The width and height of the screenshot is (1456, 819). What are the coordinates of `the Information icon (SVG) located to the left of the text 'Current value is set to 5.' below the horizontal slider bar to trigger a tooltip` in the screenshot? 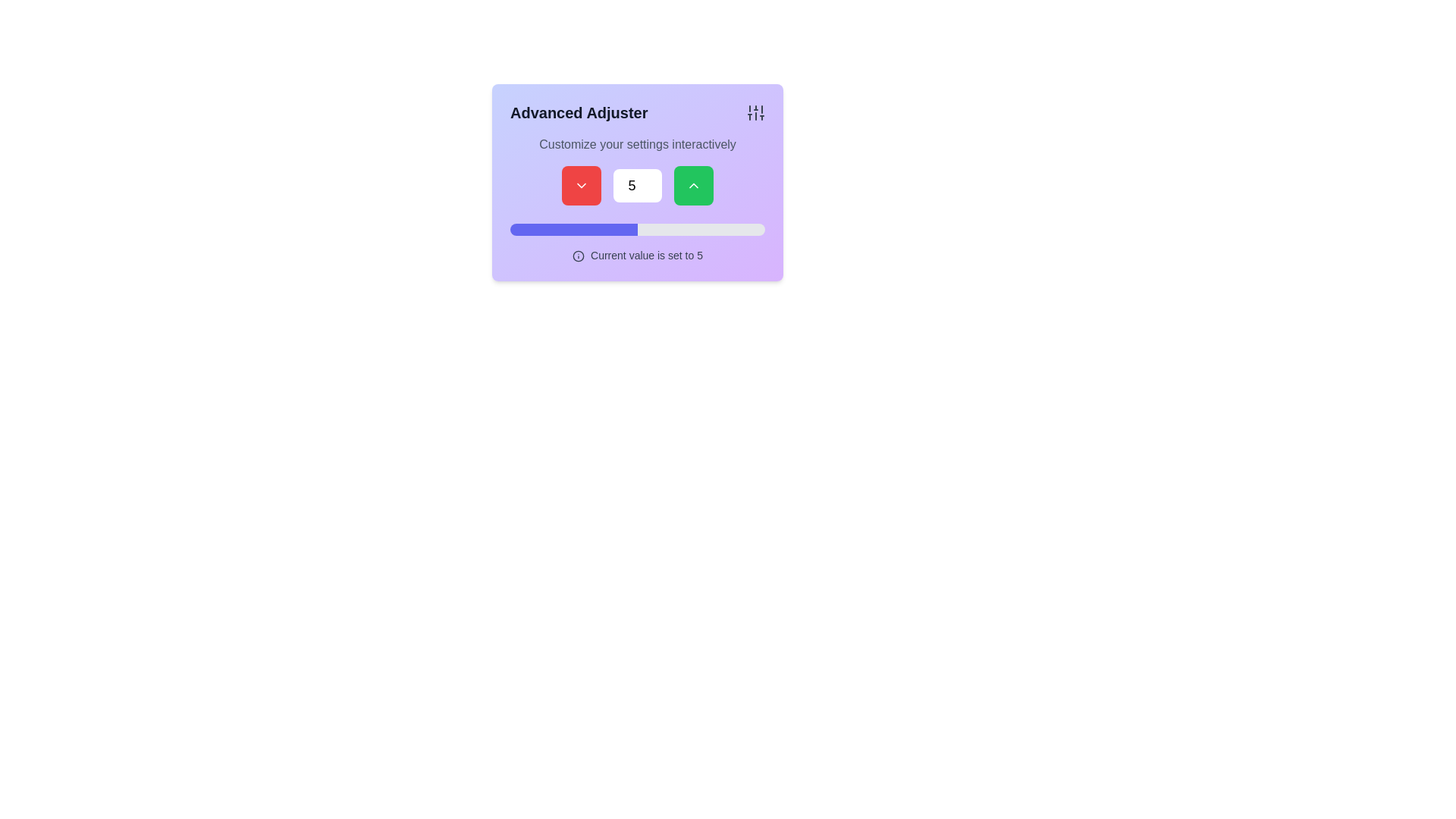 It's located at (578, 256).